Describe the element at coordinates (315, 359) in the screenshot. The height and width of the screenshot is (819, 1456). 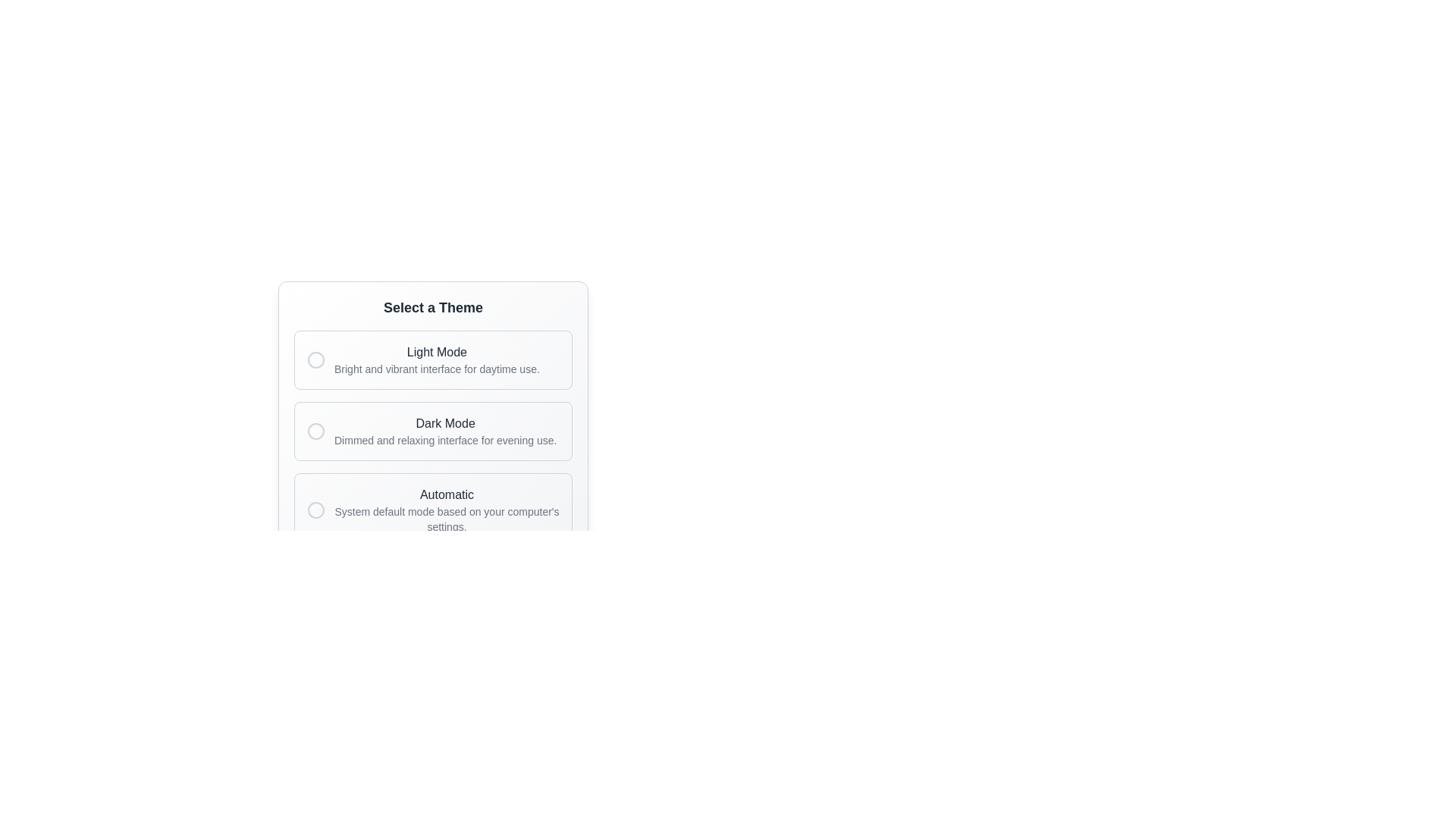
I see `the radio button for 'Light Mode'` at that location.